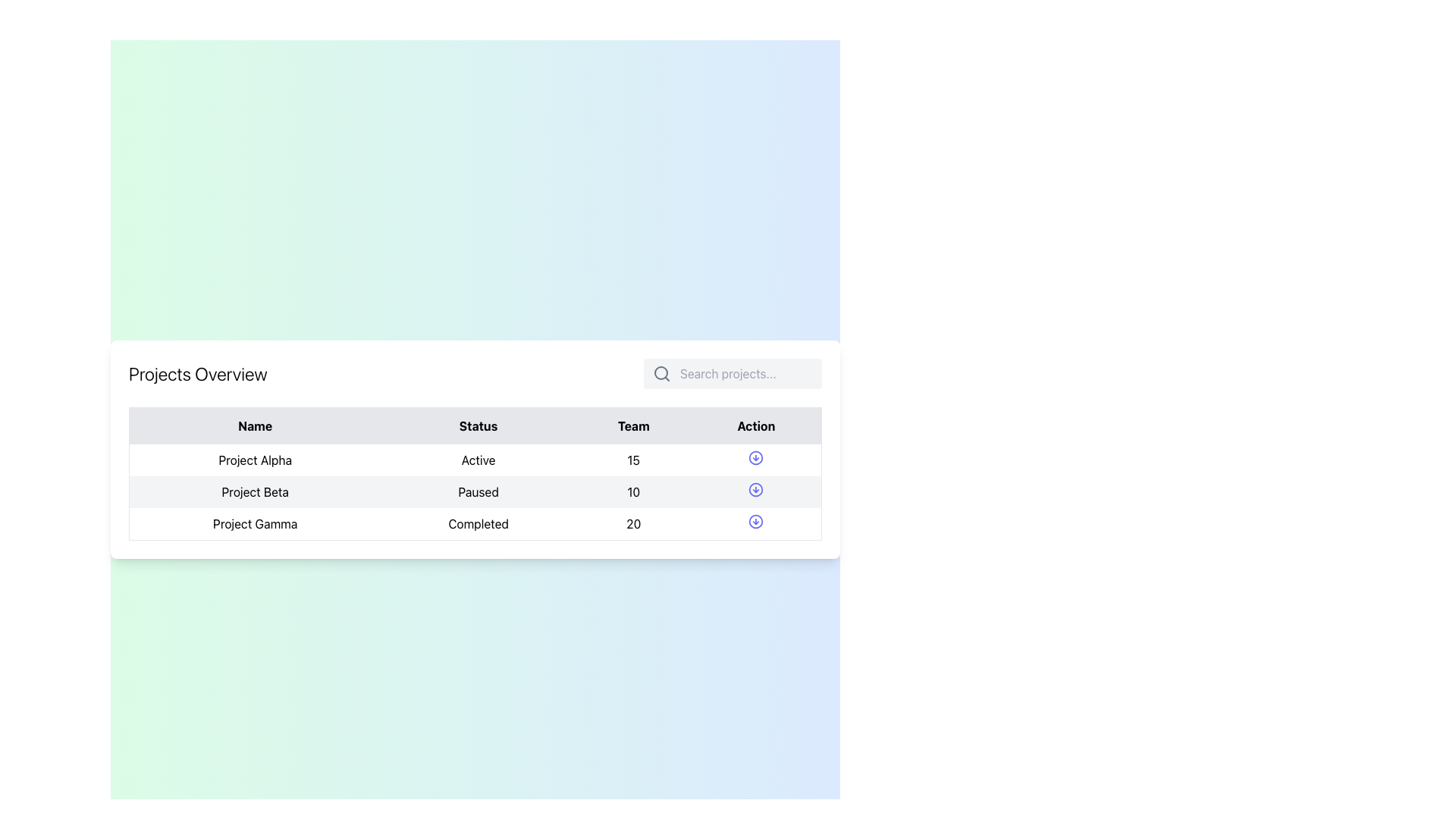  What do you see at coordinates (756, 520) in the screenshot?
I see `the visual indicator icon in the 'Action' column of the last row associated with 'Project Gamma'` at bounding box center [756, 520].